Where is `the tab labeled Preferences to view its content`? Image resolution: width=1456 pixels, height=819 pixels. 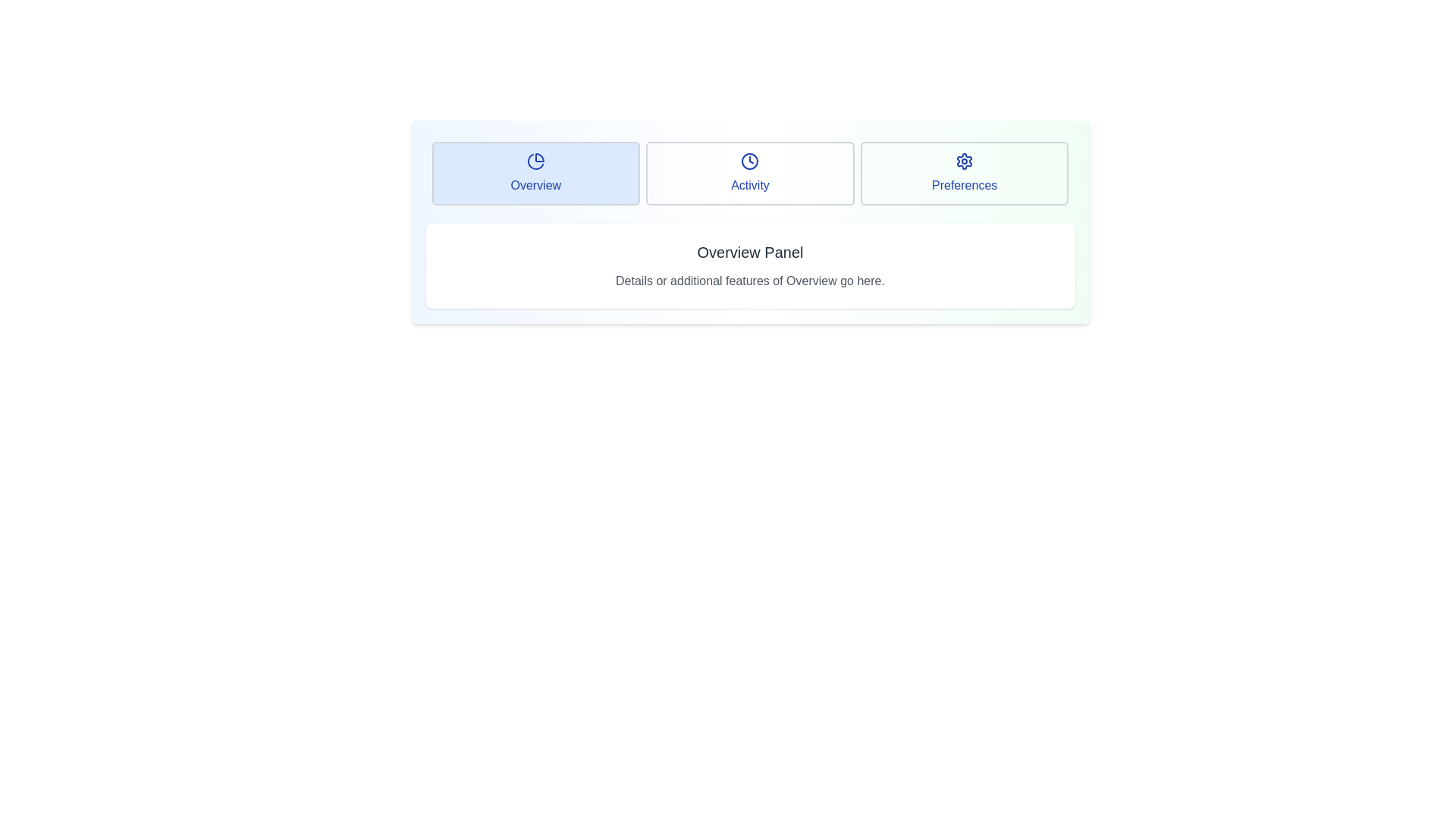 the tab labeled Preferences to view its content is located at coordinates (964, 172).